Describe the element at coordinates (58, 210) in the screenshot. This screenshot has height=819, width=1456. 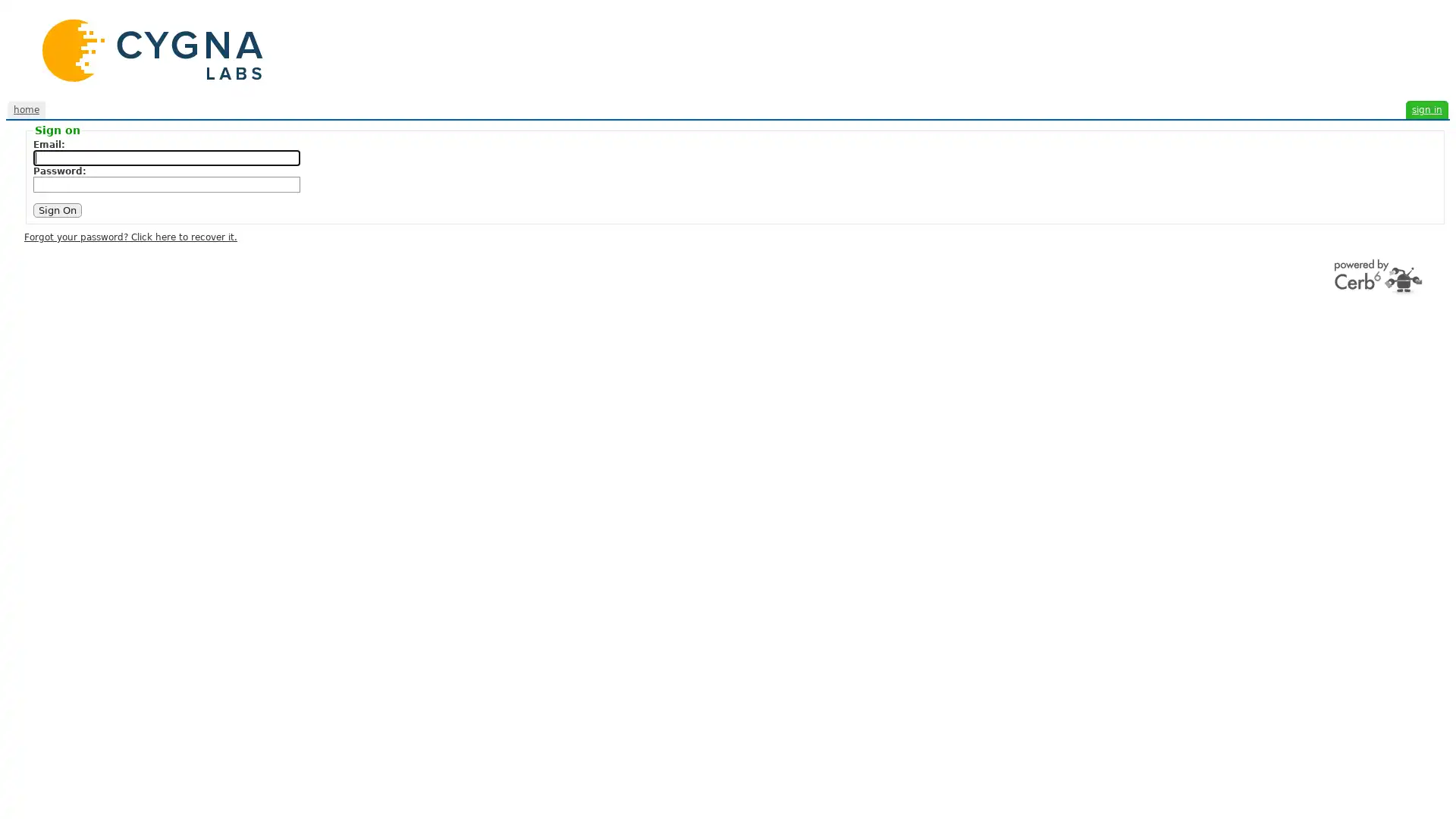
I see `Sign On` at that location.